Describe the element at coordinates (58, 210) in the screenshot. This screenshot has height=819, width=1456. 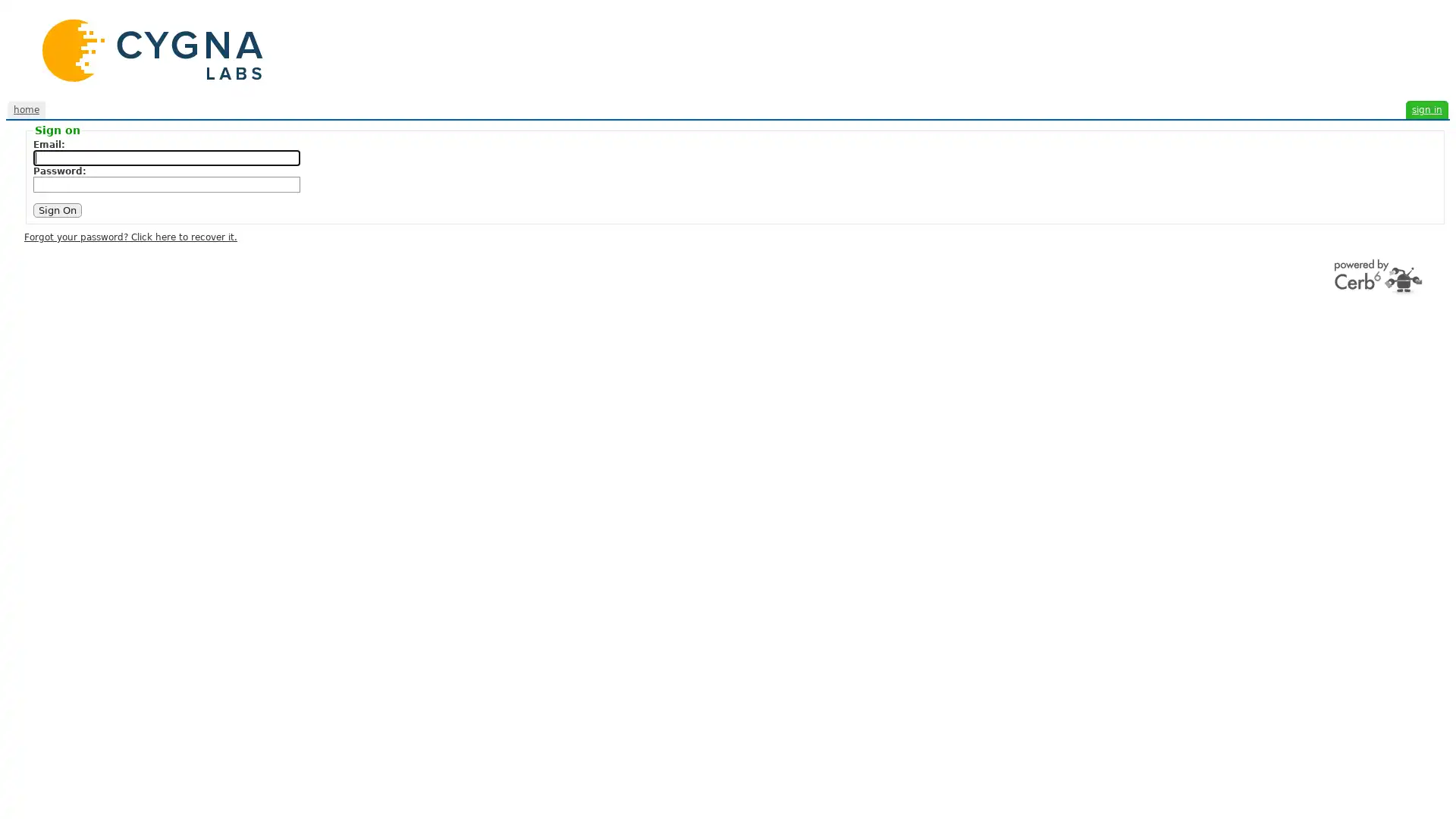
I see `Sign On` at that location.